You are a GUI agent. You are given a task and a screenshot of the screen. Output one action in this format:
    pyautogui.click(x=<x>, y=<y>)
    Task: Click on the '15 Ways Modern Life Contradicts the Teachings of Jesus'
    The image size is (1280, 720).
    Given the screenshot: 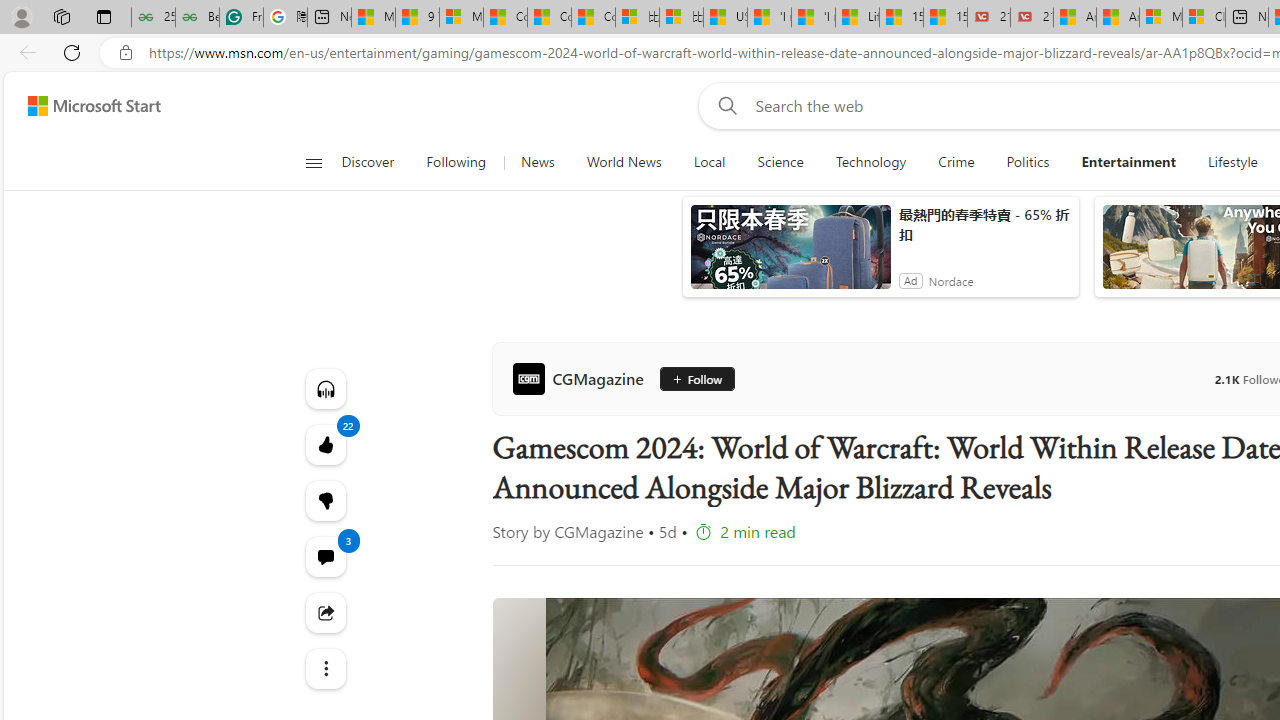 What is the action you would take?
    pyautogui.click(x=944, y=17)
    